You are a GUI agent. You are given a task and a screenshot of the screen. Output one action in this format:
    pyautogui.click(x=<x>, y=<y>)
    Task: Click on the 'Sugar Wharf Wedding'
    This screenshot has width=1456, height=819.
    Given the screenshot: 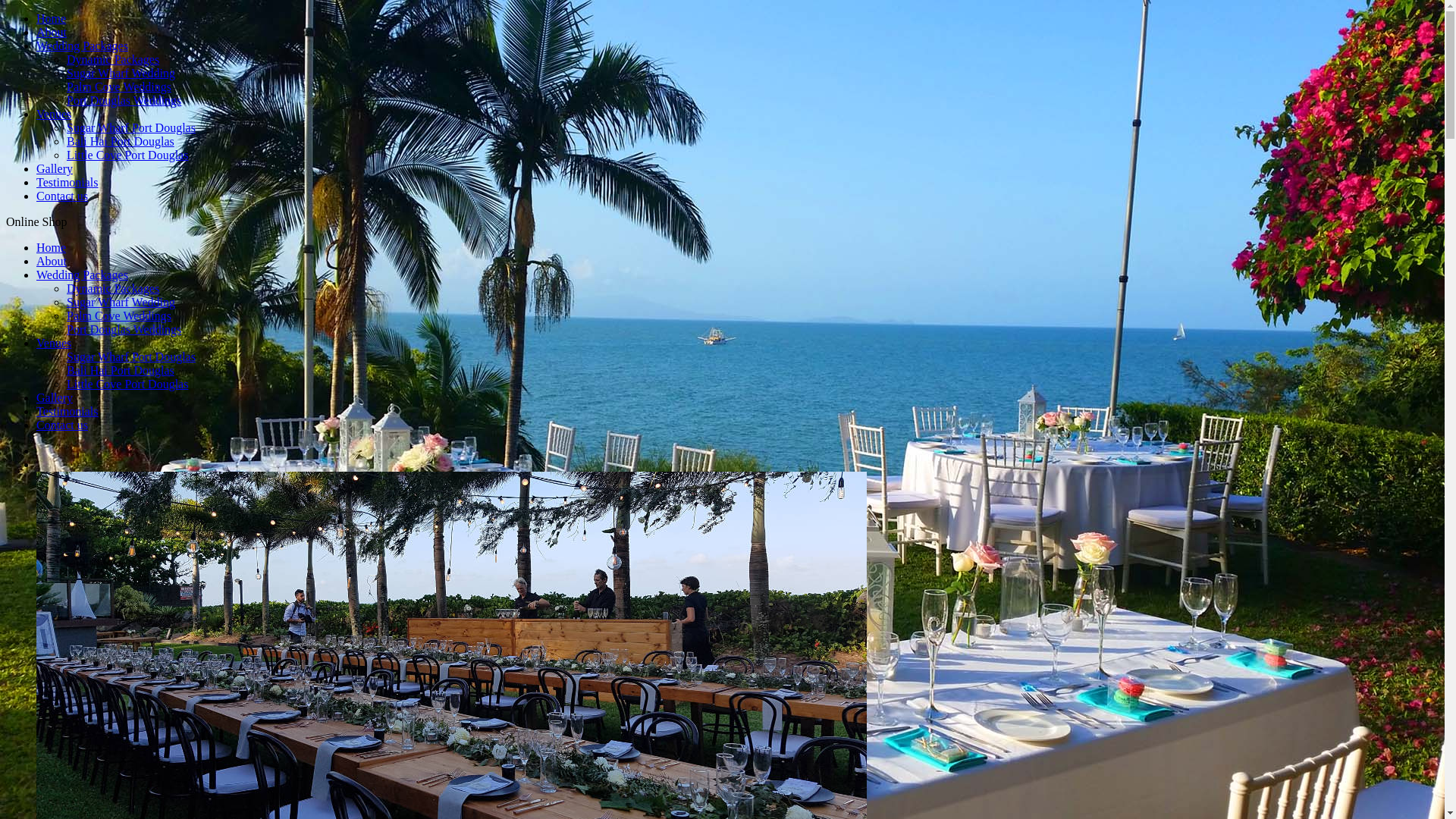 What is the action you would take?
    pyautogui.click(x=65, y=302)
    